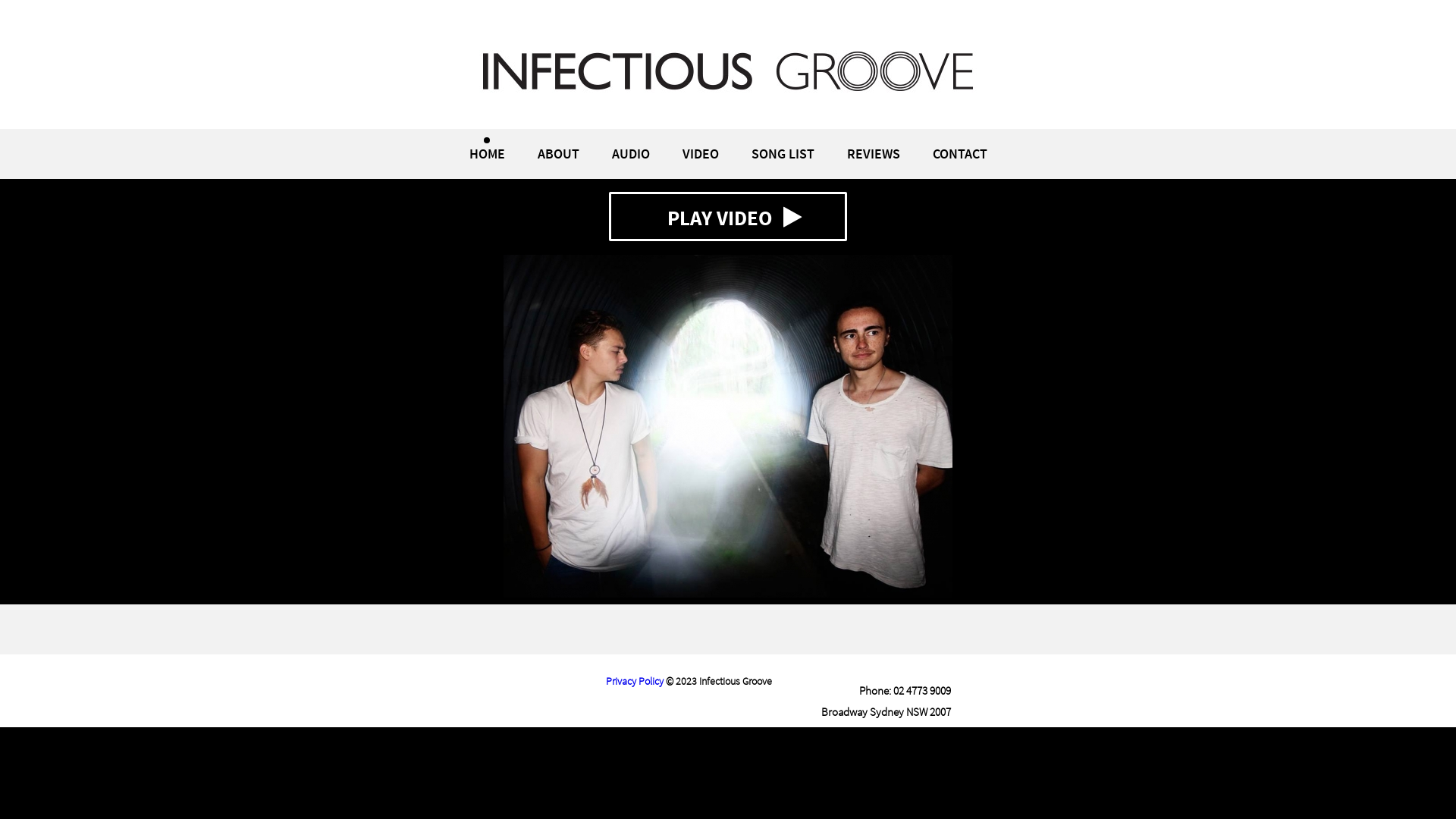 Image resolution: width=1456 pixels, height=819 pixels. What do you see at coordinates (629, 153) in the screenshot?
I see `'AUDIO'` at bounding box center [629, 153].